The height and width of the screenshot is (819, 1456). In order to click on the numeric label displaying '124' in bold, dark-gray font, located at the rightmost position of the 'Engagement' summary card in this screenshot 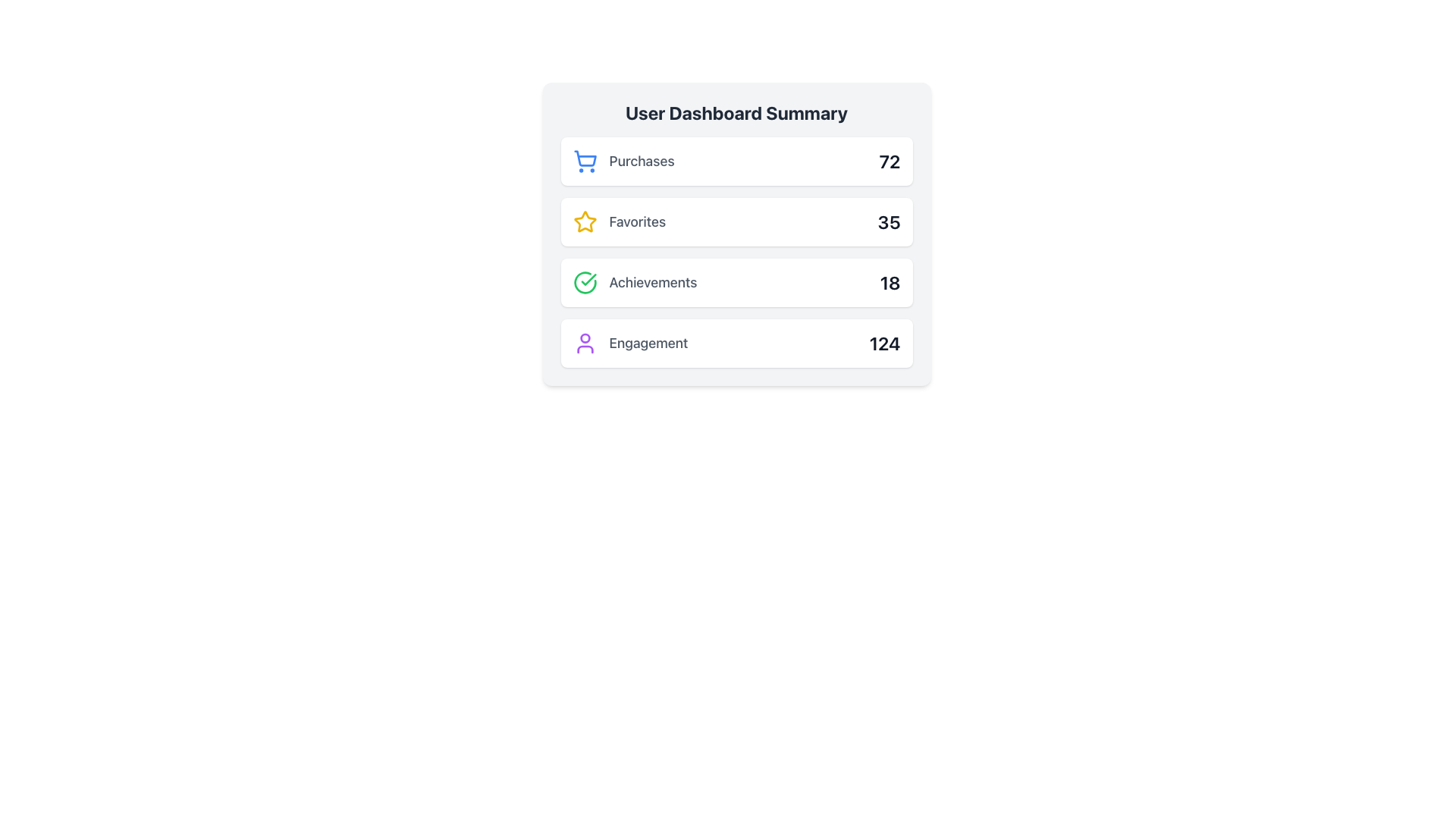, I will do `click(884, 343)`.